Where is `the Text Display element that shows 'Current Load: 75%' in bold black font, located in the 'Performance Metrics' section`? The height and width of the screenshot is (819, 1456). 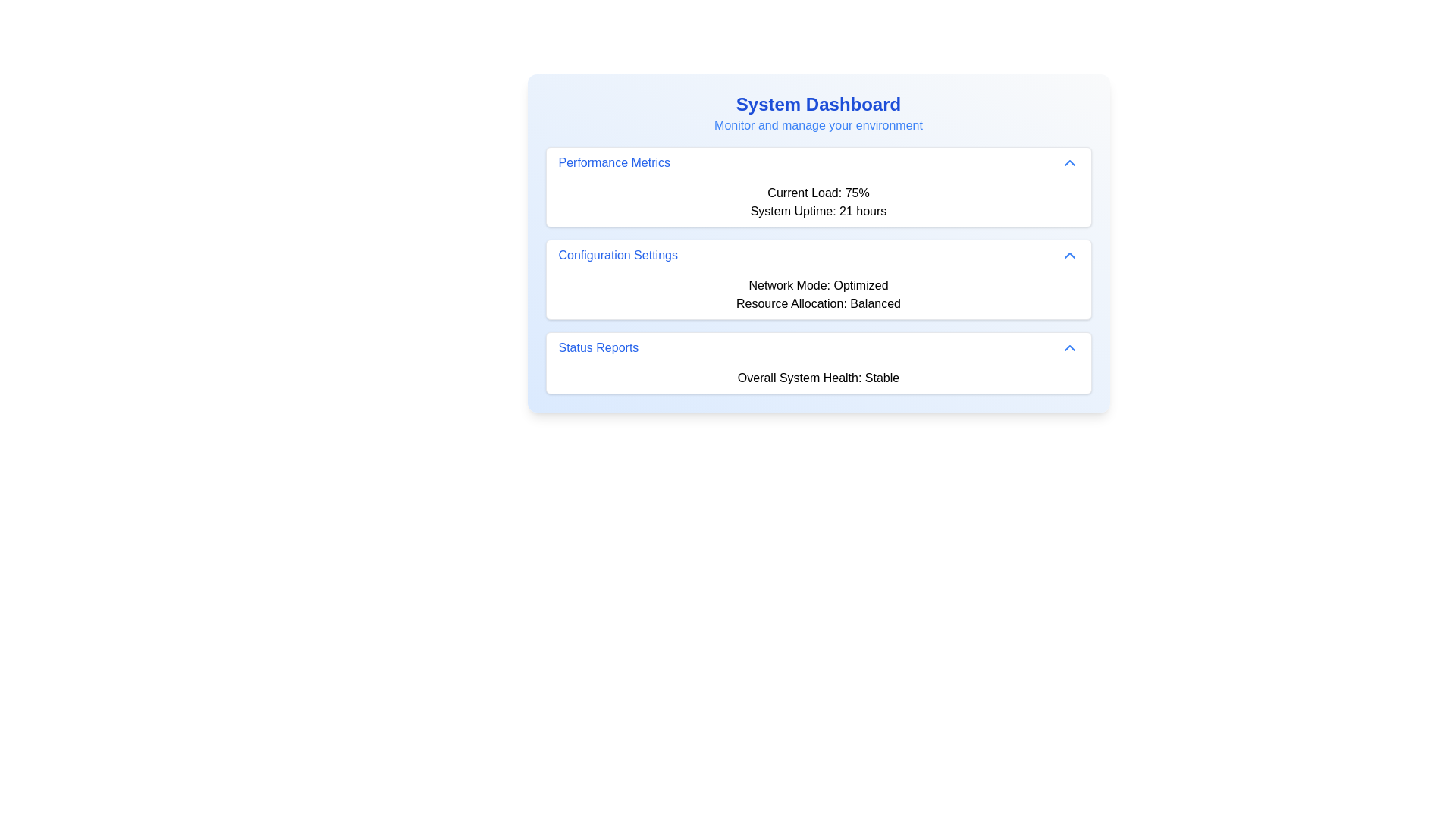
the Text Display element that shows 'Current Load: 75%' in bold black font, located in the 'Performance Metrics' section is located at coordinates (817, 192).